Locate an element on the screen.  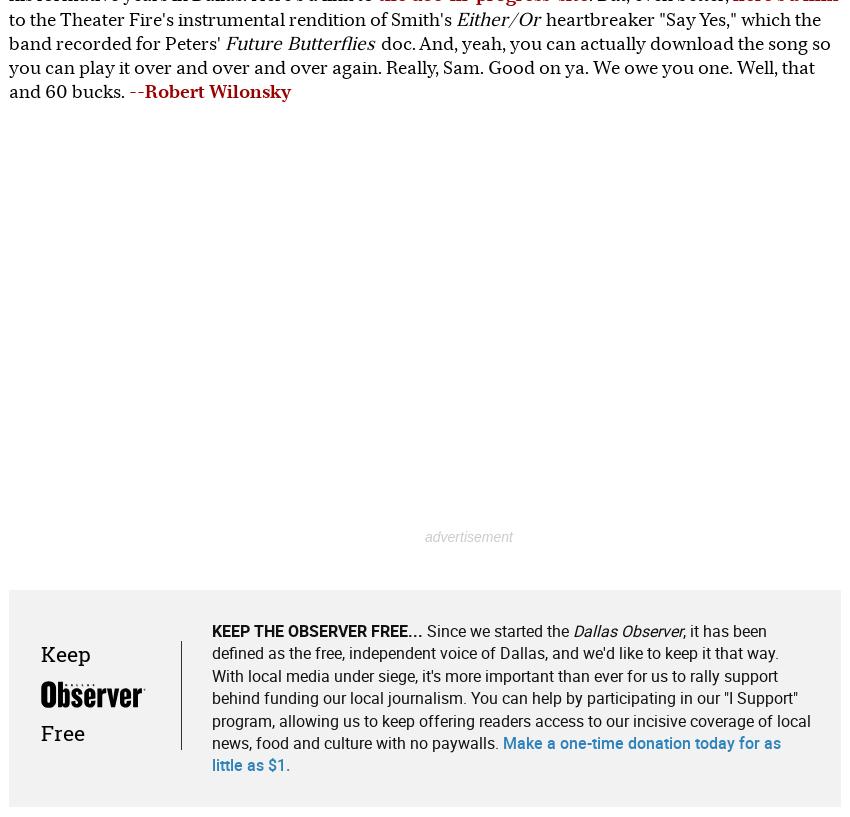
'Either/Or' is located at coordinates (498, 18).